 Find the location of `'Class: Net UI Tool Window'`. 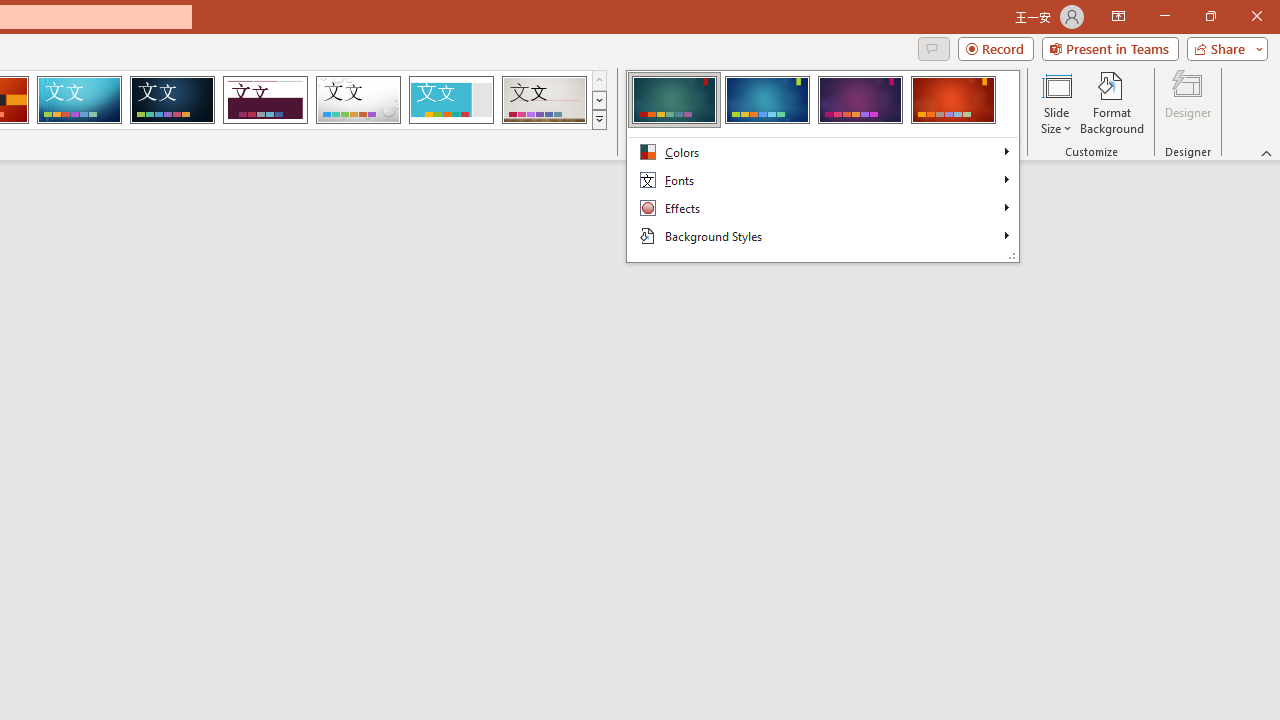

'Class: Net UI Tool Window' is located at coordinates (823, 165).